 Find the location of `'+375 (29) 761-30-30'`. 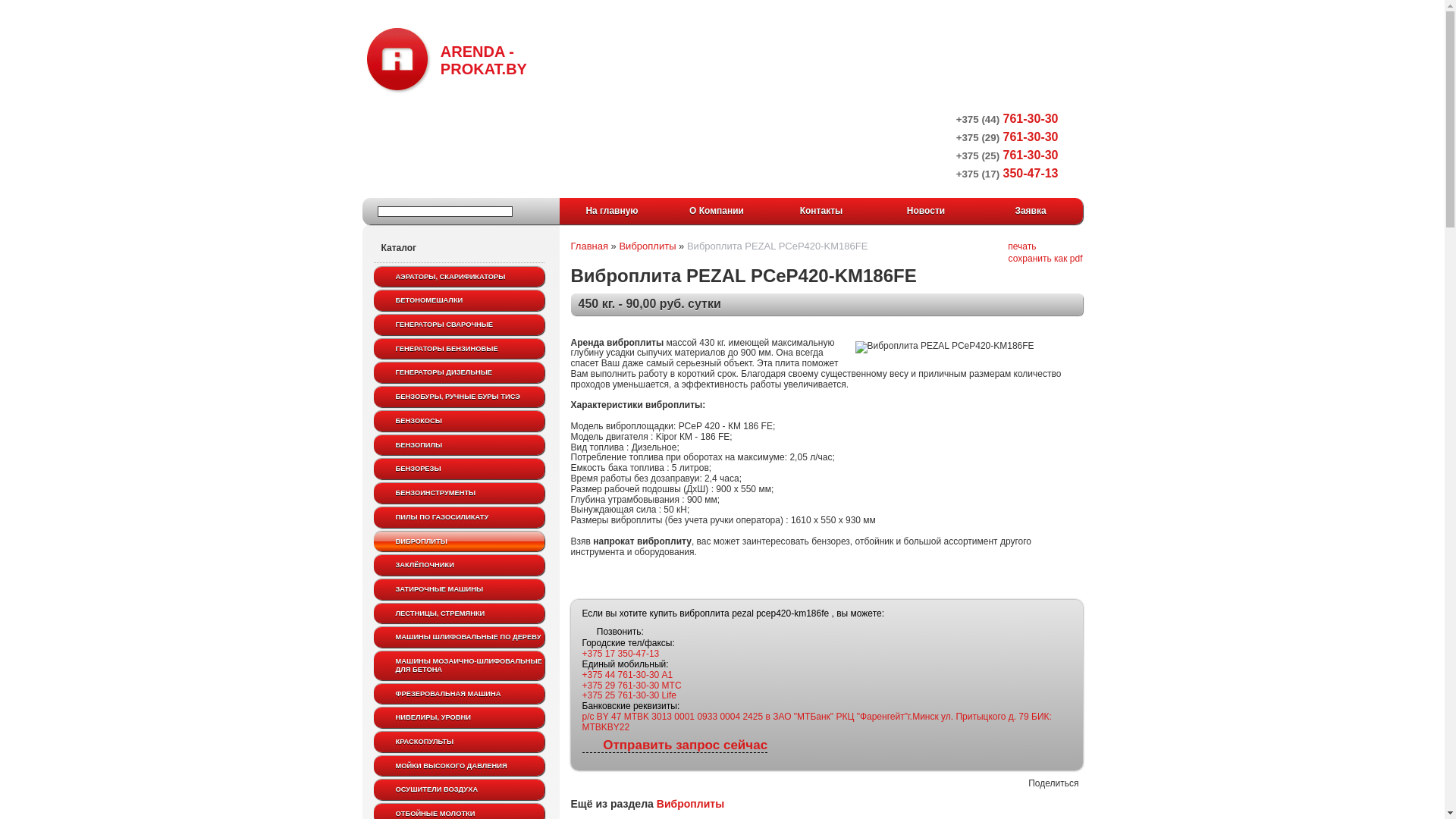

'+375 (29) 761-30-30' is located at coordinates (955, 136).